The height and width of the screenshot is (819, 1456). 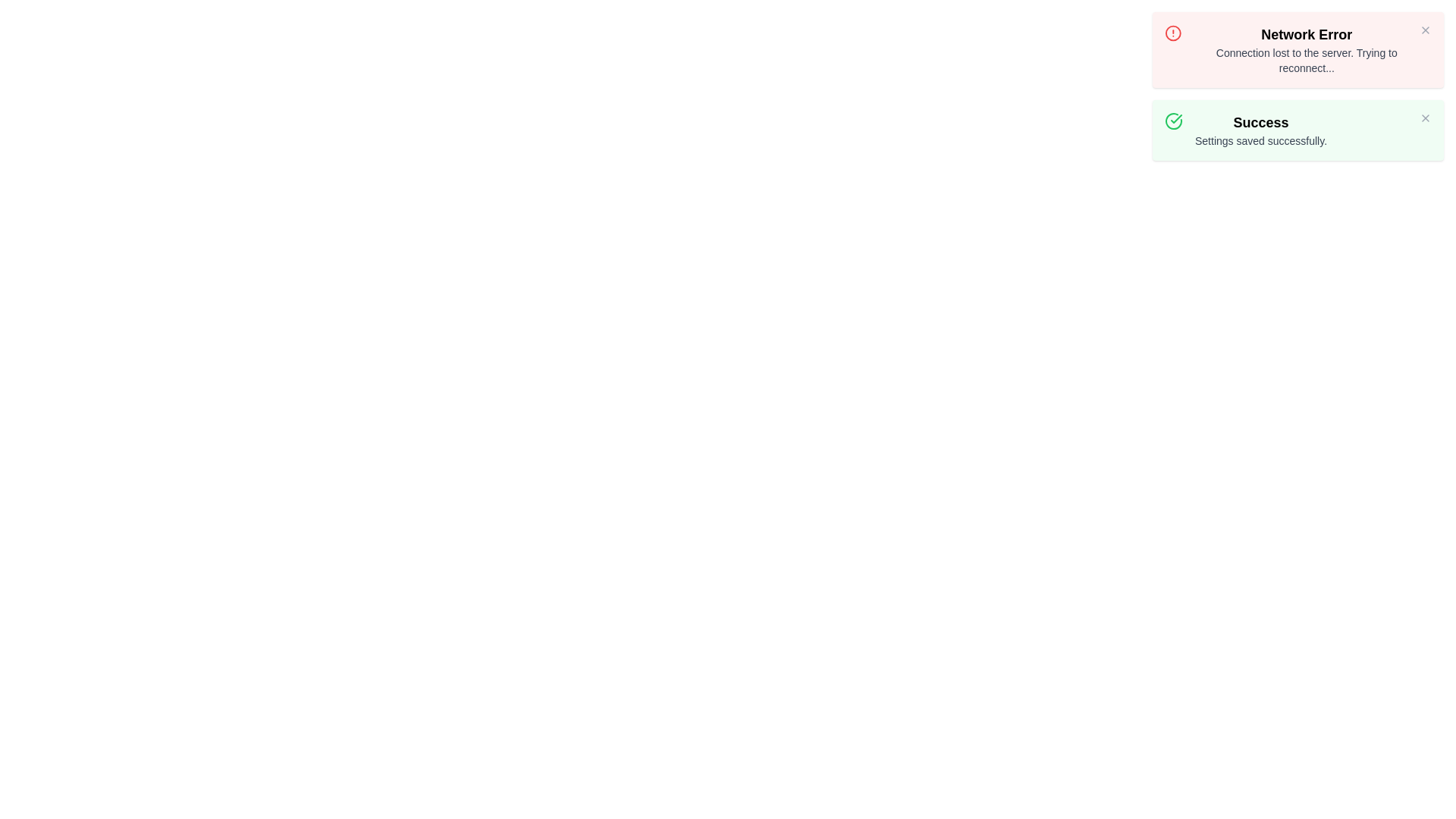 What do you see at coordinates (1175, 118) in the screenshot?
I see `the green checkmark icon within the success message panel located in the top-right corner of the interface` at bounding box center [1175, 118].